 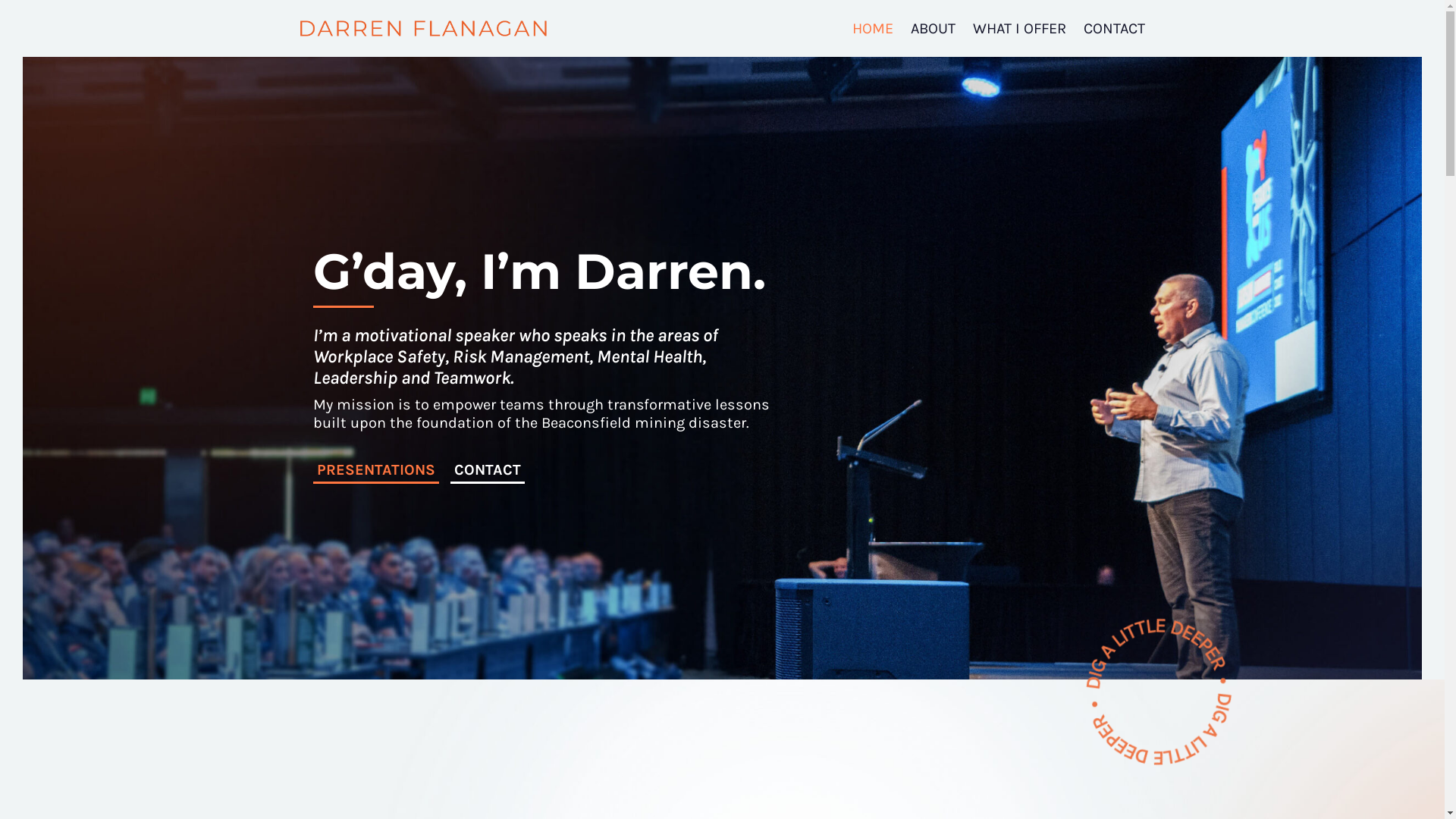 I want to click on 'WHAT I OFFER', so click(x=1019, y=29).